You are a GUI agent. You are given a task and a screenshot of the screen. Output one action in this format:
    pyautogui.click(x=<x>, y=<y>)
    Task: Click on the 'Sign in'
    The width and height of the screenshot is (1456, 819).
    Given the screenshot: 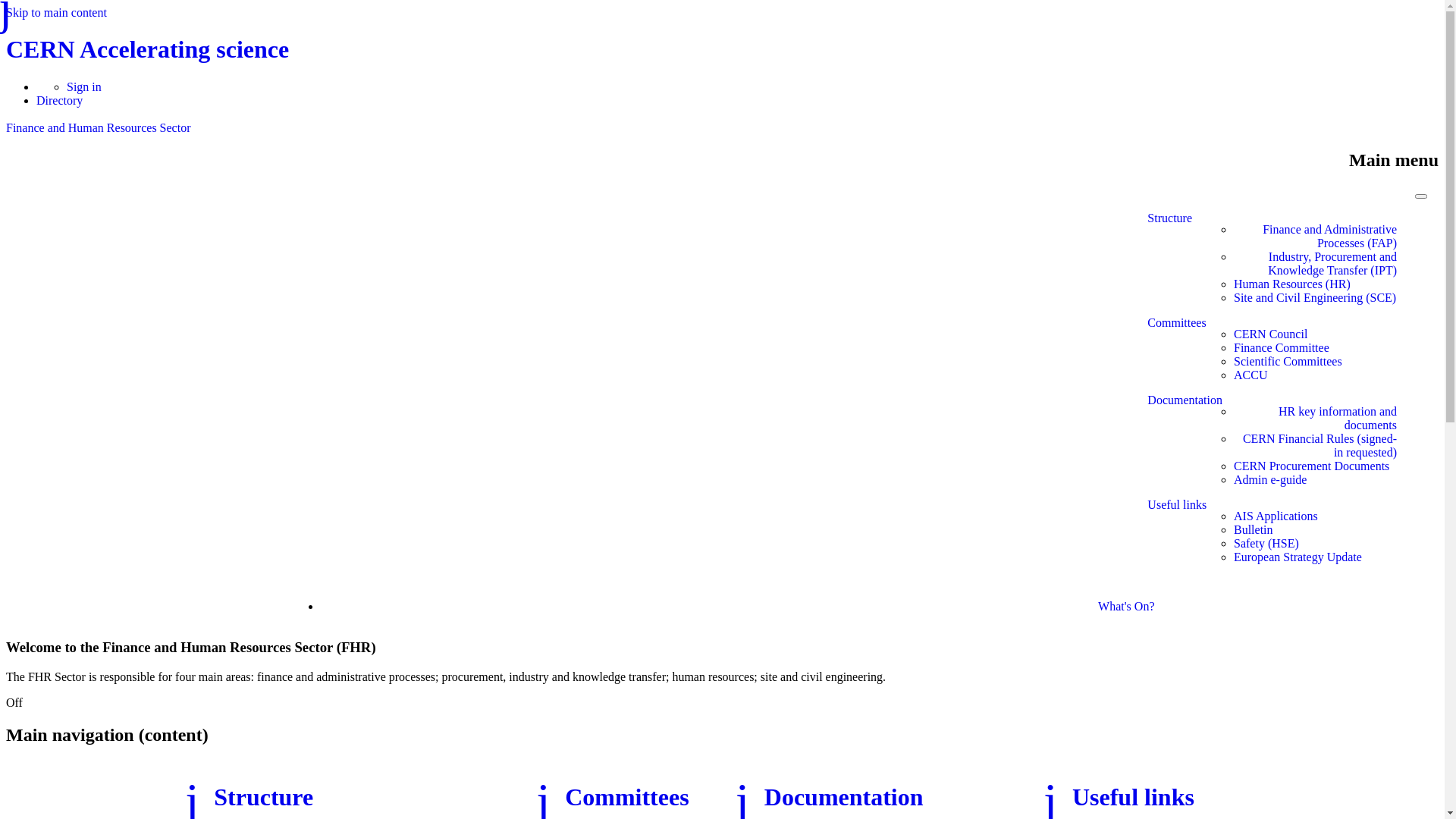 What is the action you would take?
    pyautogui.click(x=83, y=86)
    